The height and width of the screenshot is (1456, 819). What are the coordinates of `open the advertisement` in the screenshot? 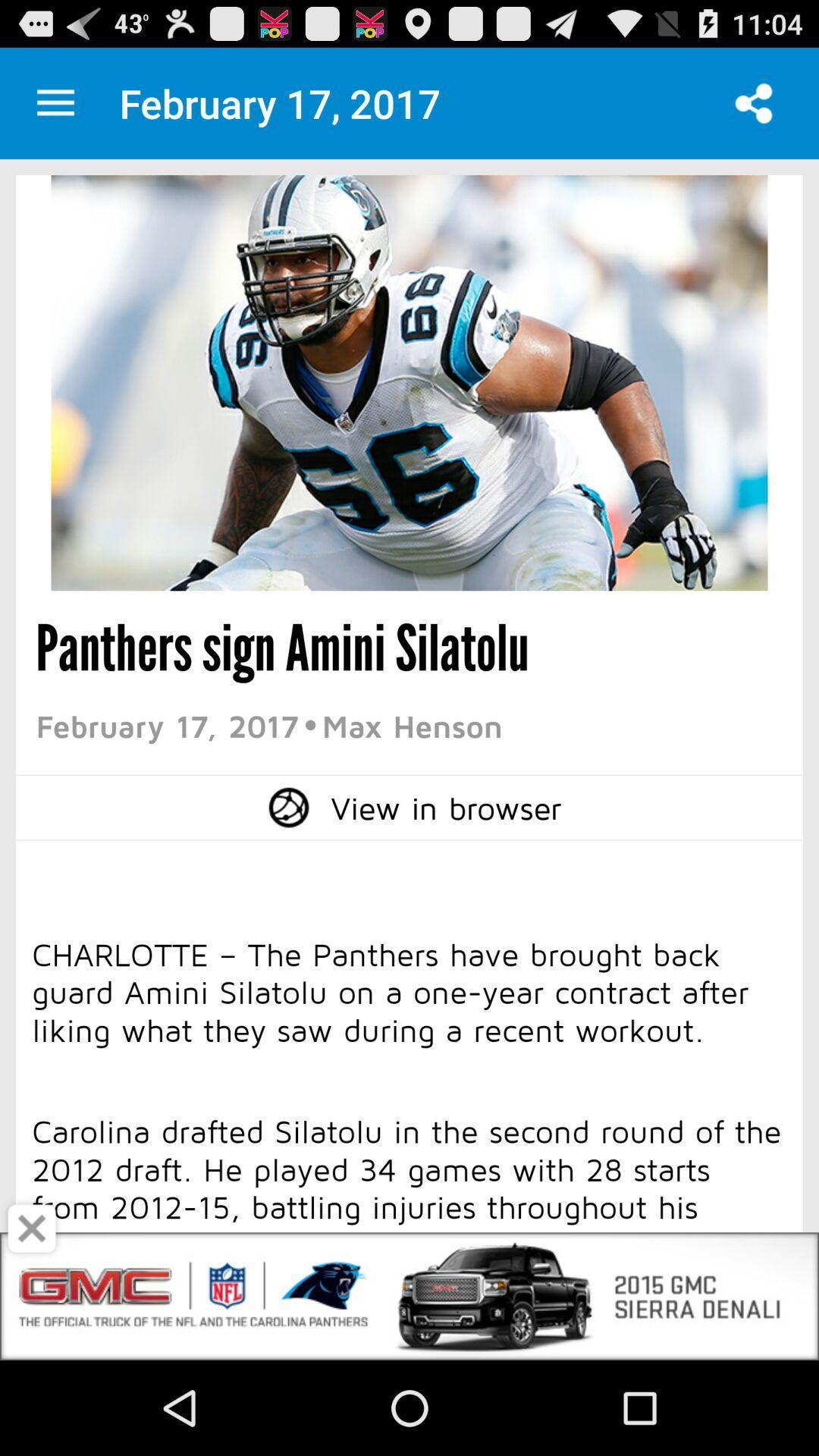 It's located at (409, 1295).